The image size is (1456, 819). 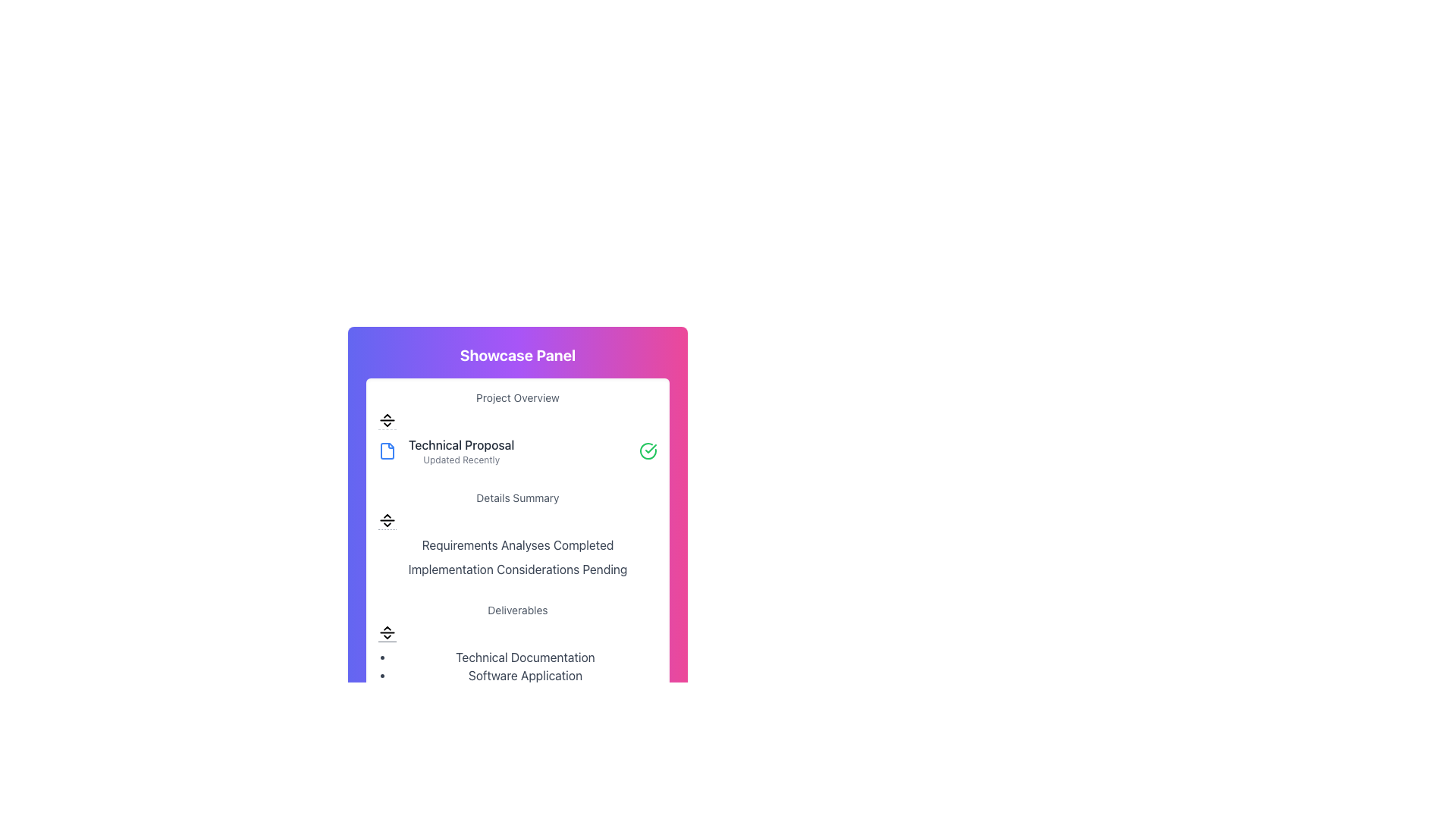 What do you see at coordinates (460, 450) in the screenshot?
I see `the text block containing 'Technical Proposal' in bold, dark gray font and 'Updated Recently' in smaller, lighter gray font, which is located centrally in the white panel below the 'Project Overview' heading` at bounding box center [460, 450].